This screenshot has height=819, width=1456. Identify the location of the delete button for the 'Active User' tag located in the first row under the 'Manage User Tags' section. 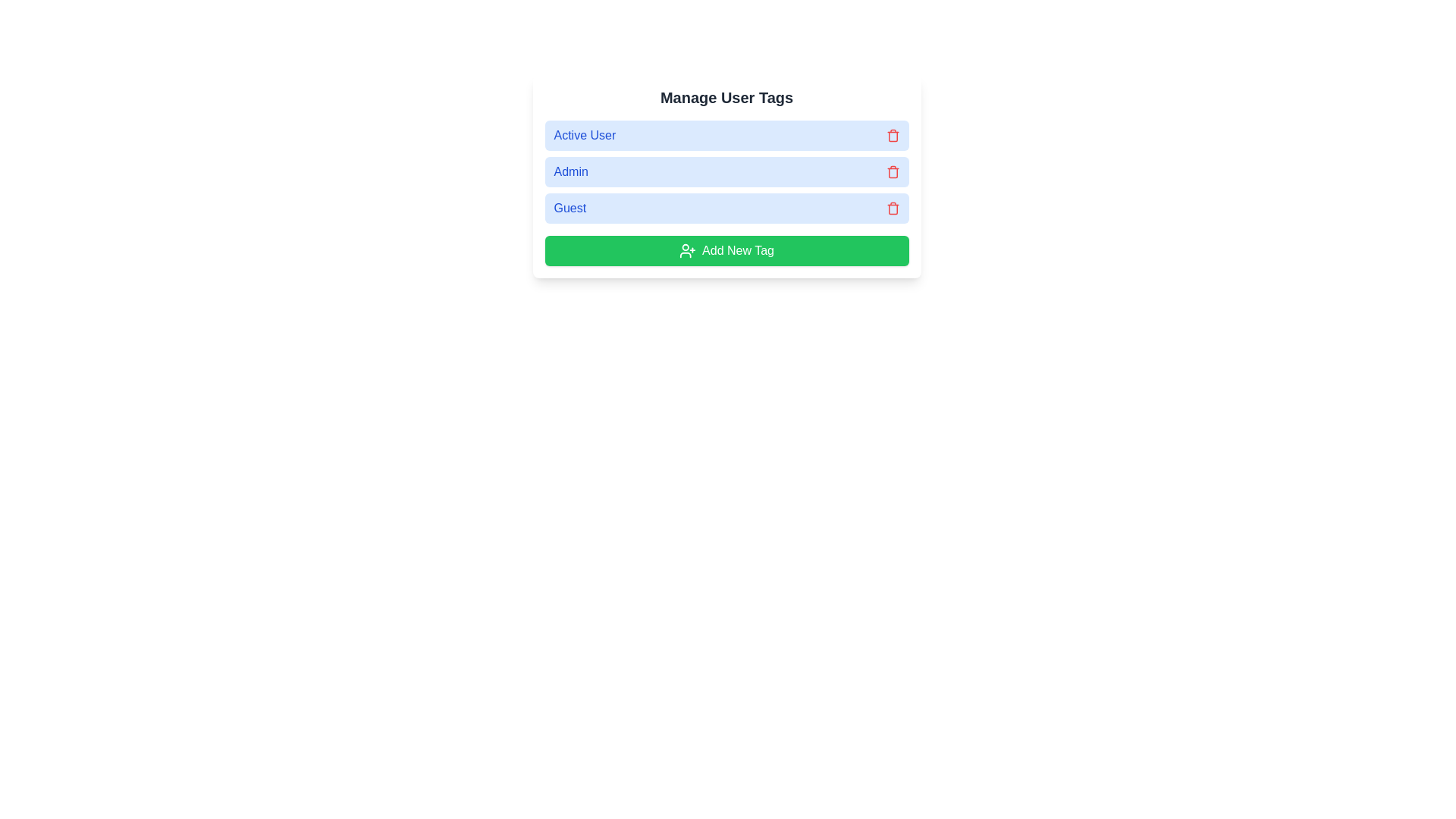
(893, 134).